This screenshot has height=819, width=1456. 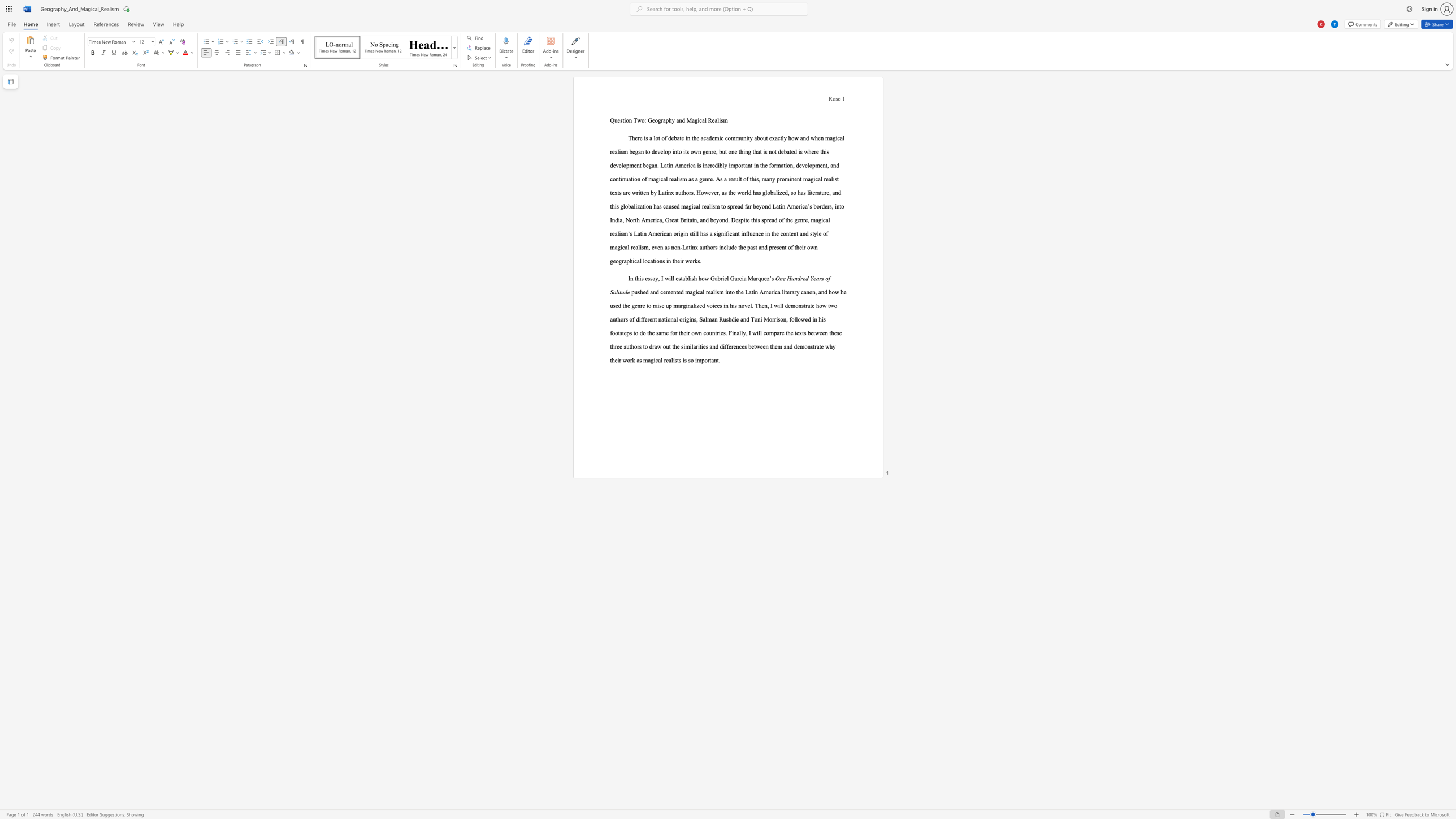 I want to click on the subset text "ent of their own geographical locations in" within the text "in the content and style of magical realism, even as non-Latinx authors include the past and present of their own geographical locations in their works.", so click(x=778, y=247).